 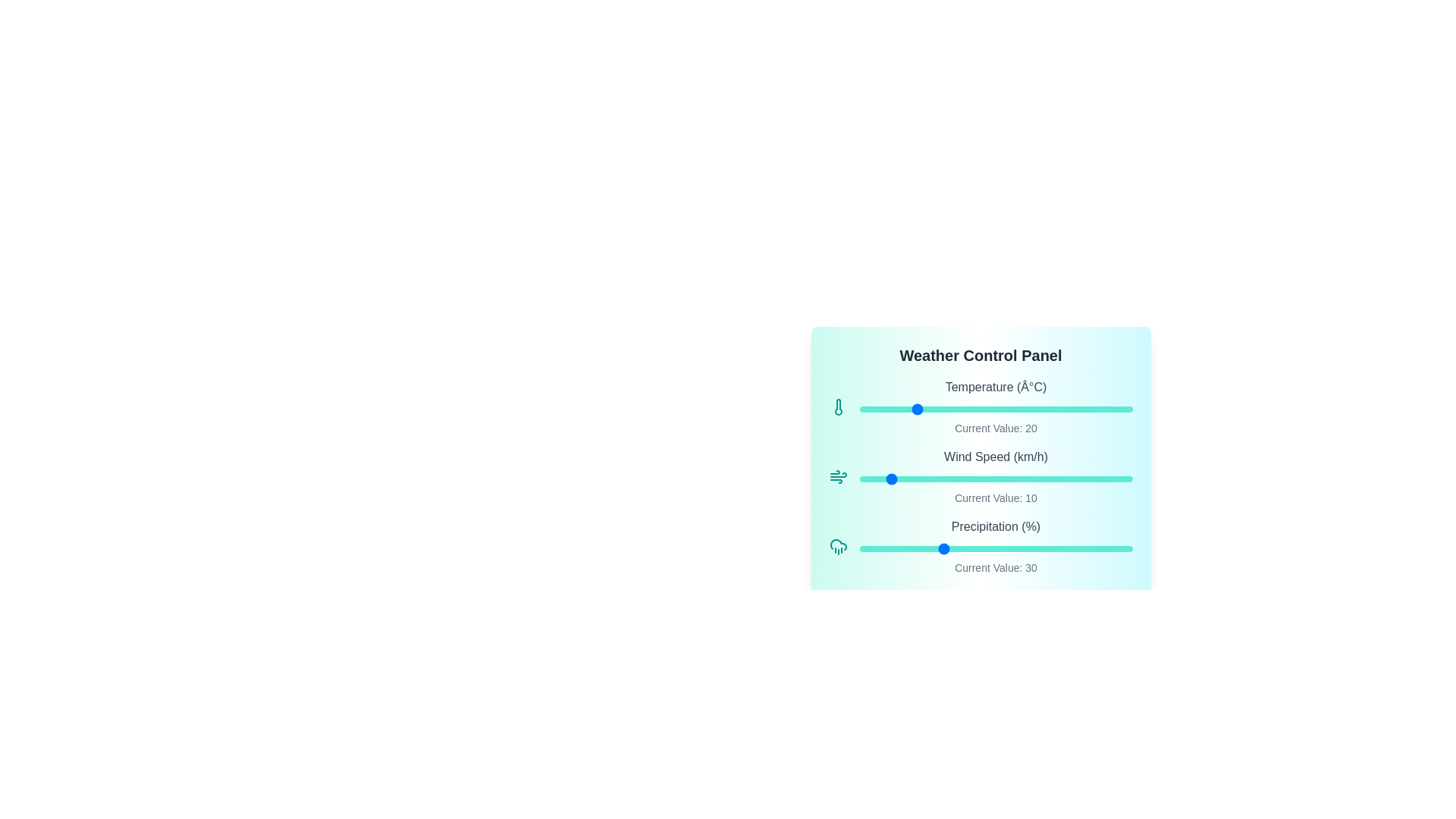 What do you see at coordinates (940, 549) in the screenshot?
I see `the precipitation slider to set it to 30%` at bounding box center [940, 549].